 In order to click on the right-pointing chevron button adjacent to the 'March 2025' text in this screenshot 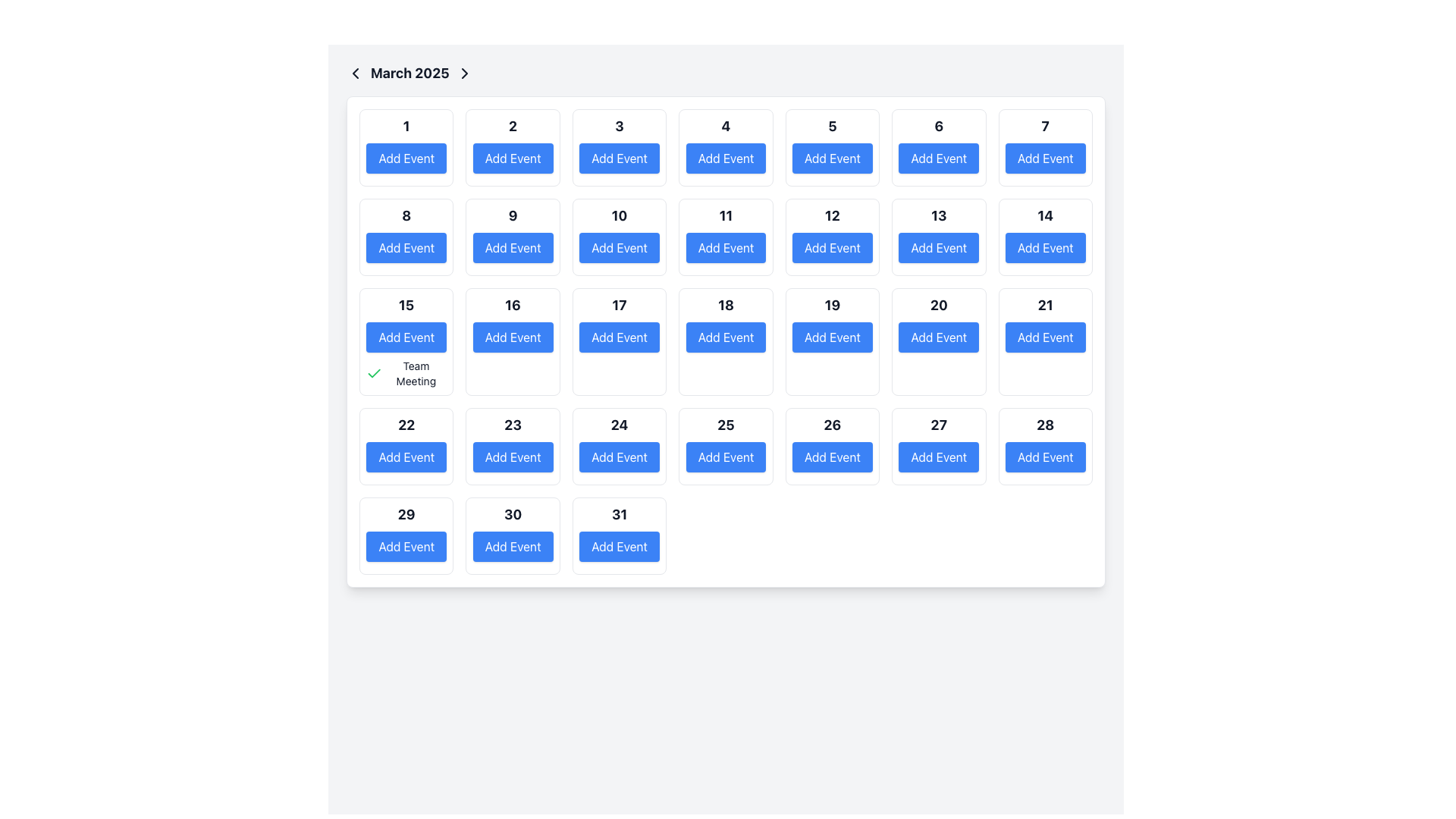, I will do `click(463, 73)`.